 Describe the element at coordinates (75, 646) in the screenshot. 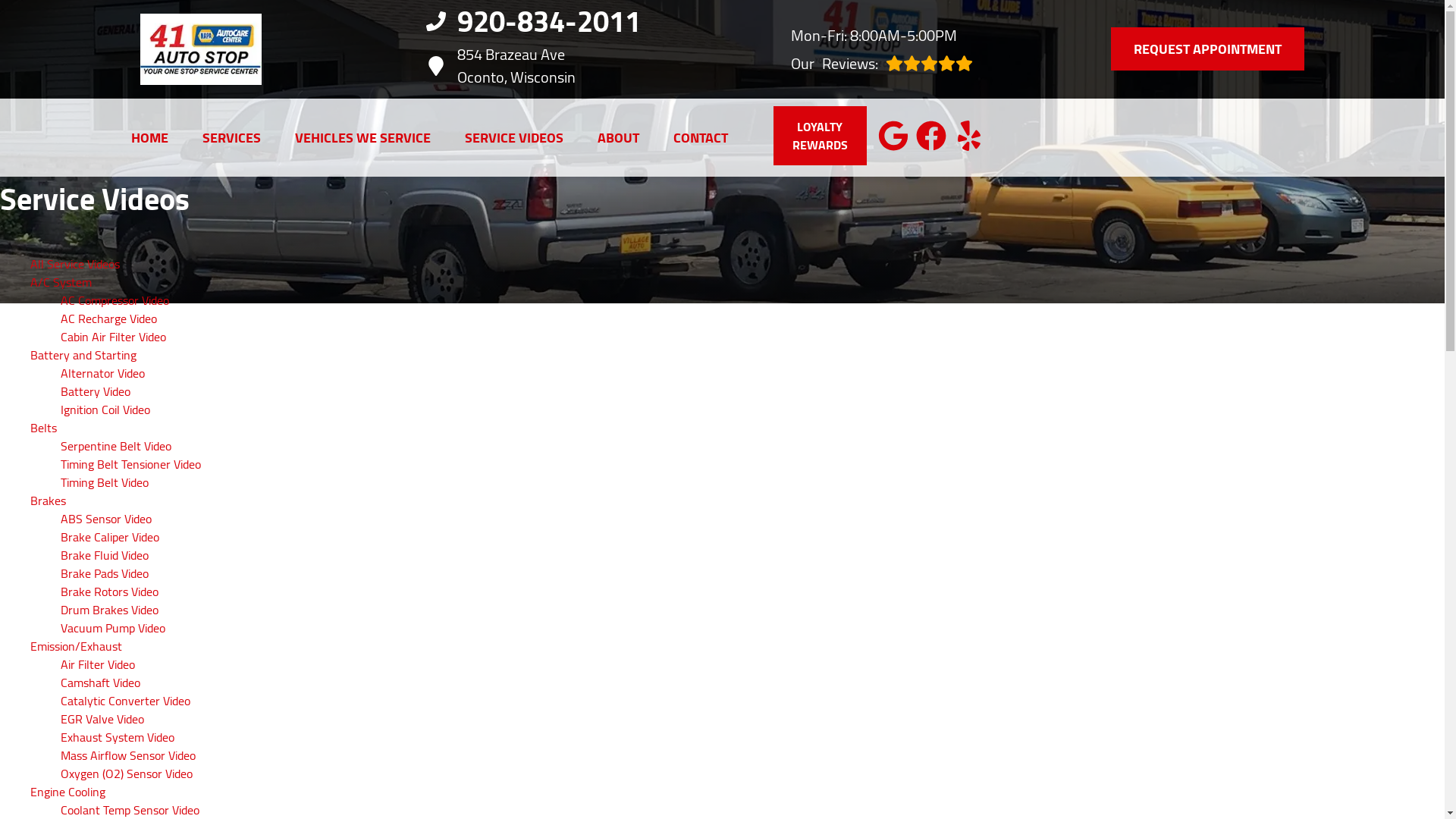

I see `'Emission/Exhaust'` at that location.